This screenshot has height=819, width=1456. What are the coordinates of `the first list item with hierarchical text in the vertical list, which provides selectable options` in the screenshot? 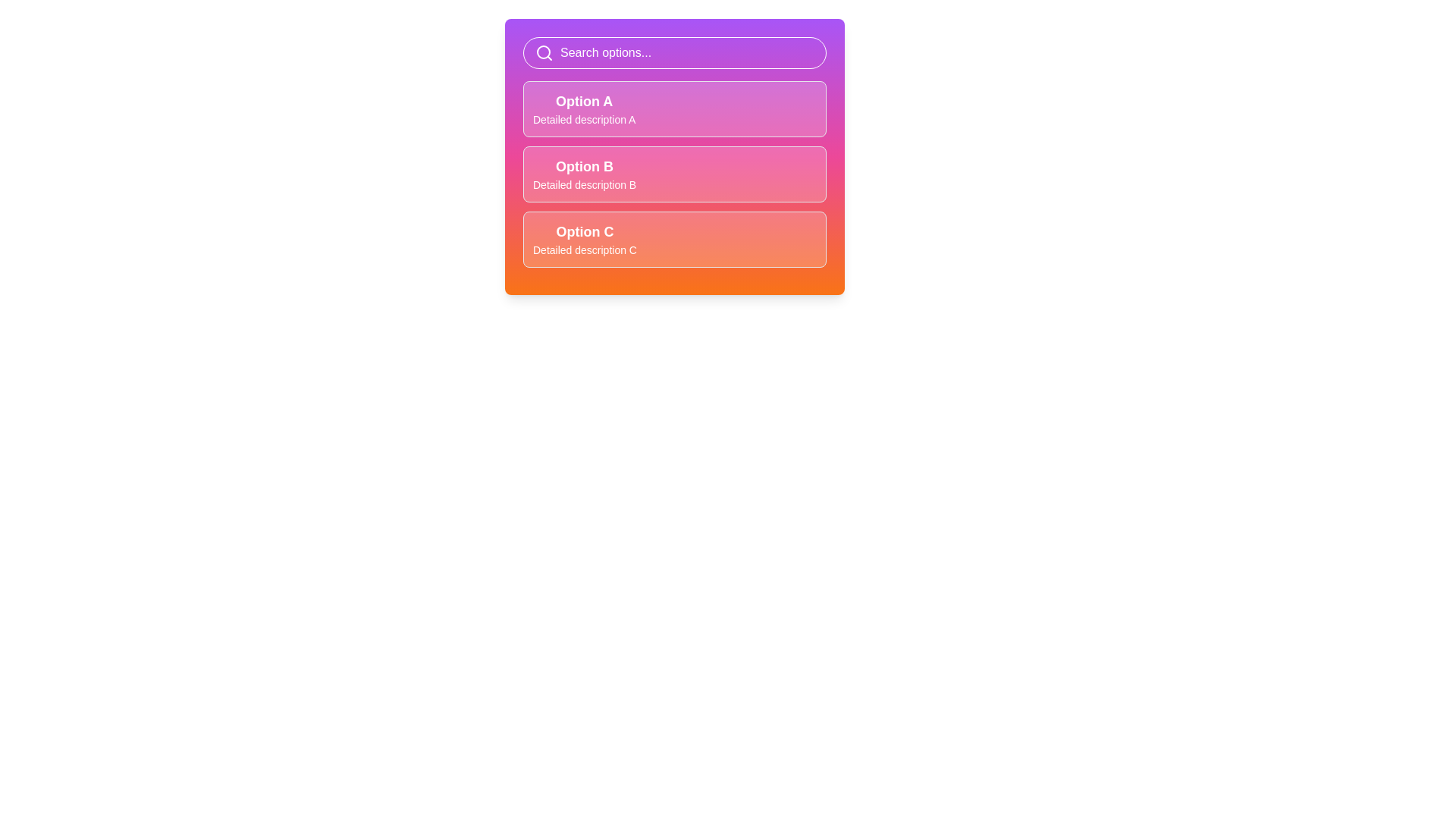 It's located at (583, 108).